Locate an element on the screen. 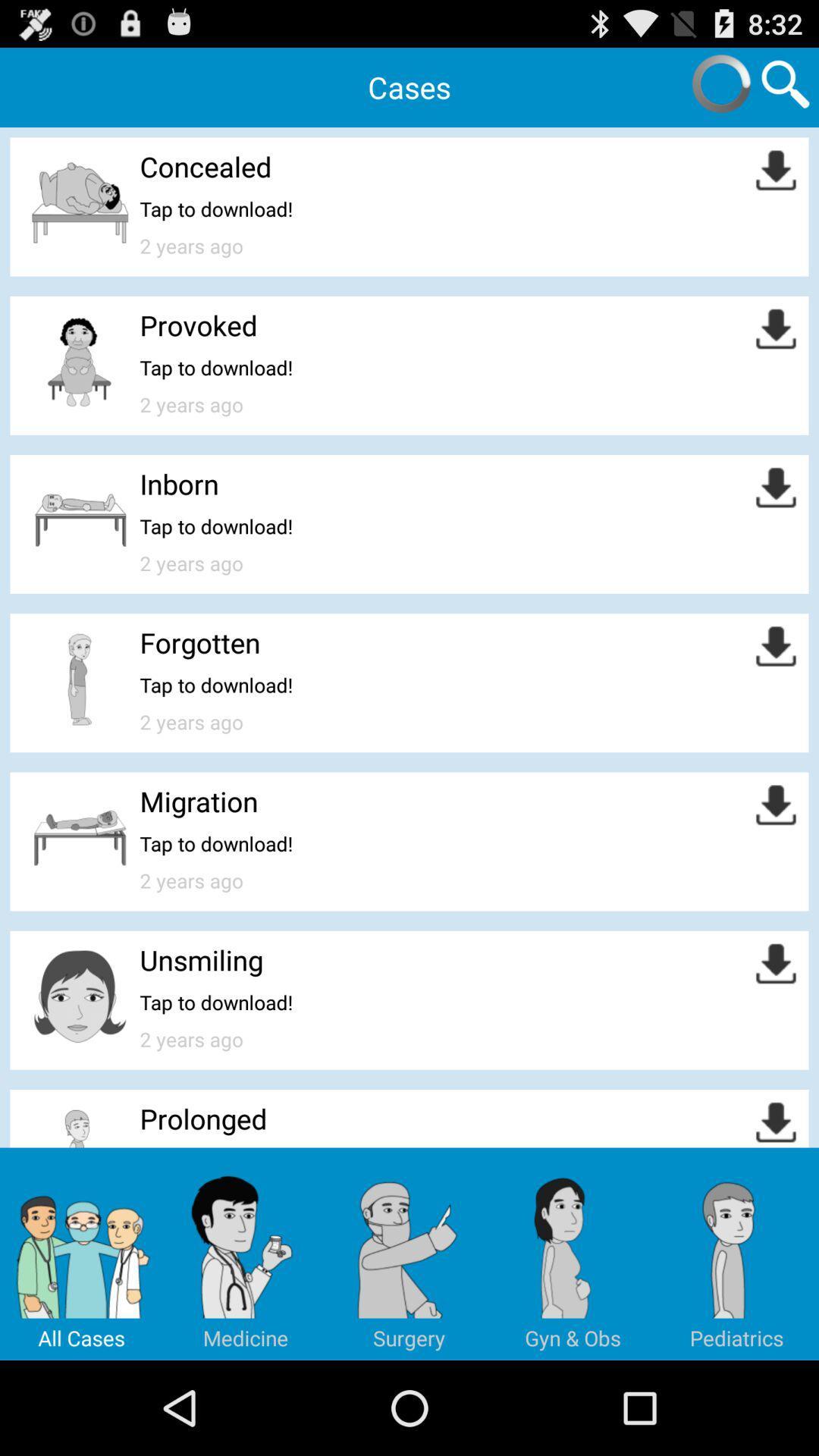 The image size is (819, 1456). concealed app is located at coordinates (206, 166).